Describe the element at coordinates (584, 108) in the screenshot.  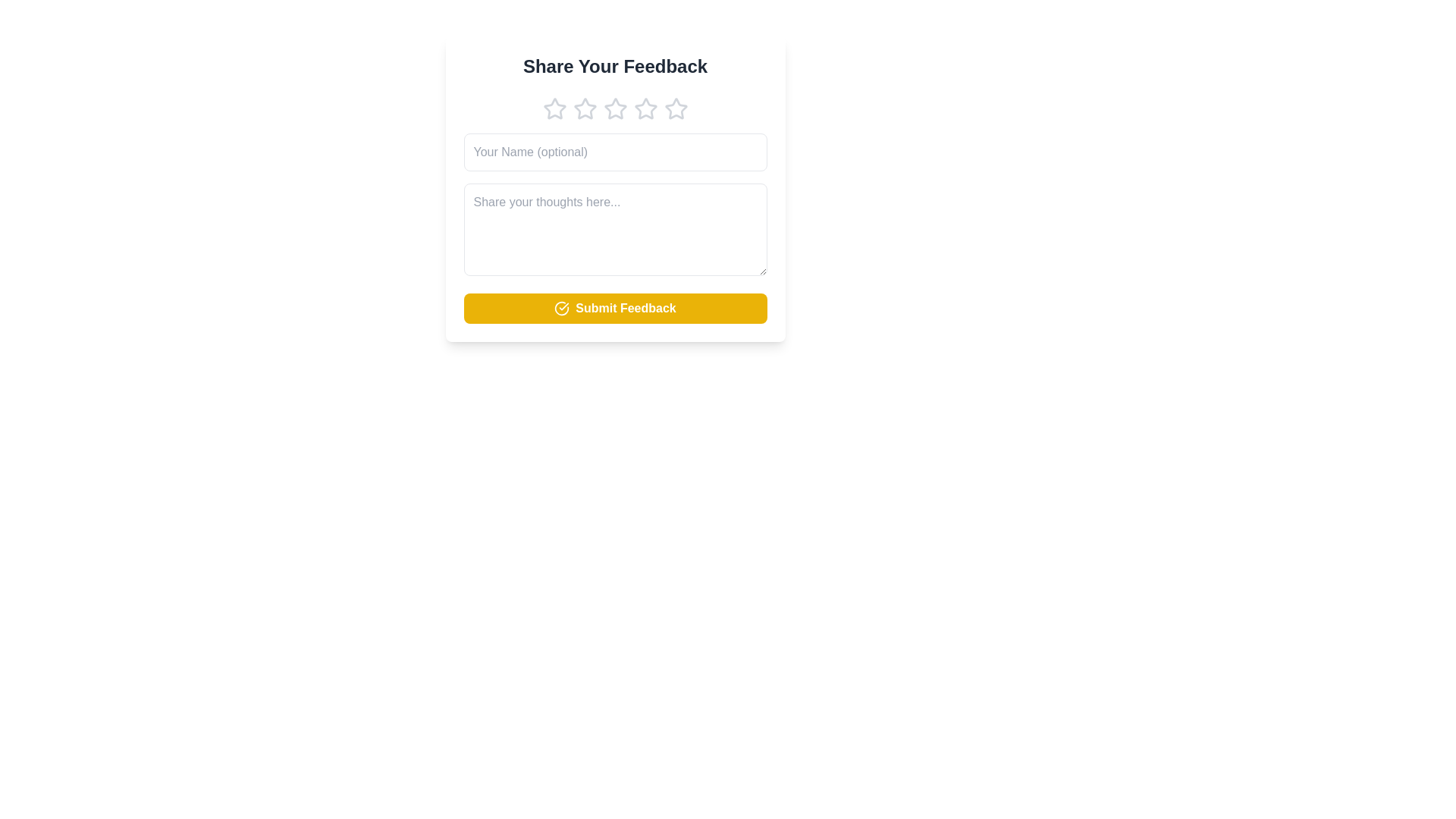
I see `the second star icon in the rating system` at that location.